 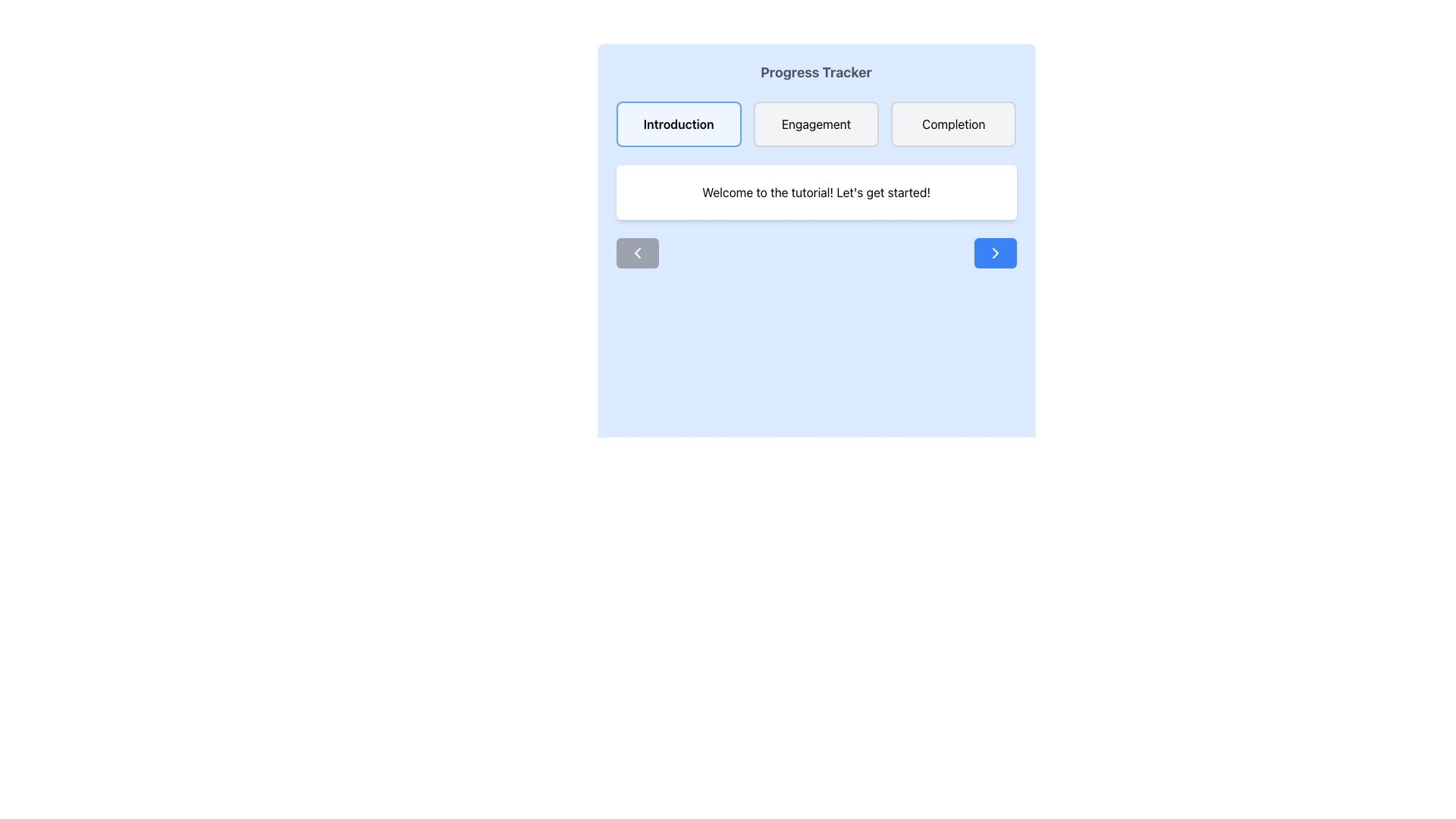 What do you see at coordinates (678, 124) in the screenshot?
I see `the 'Introduction' phase button in the Progress Tracker` at bounding box center [678, 124].